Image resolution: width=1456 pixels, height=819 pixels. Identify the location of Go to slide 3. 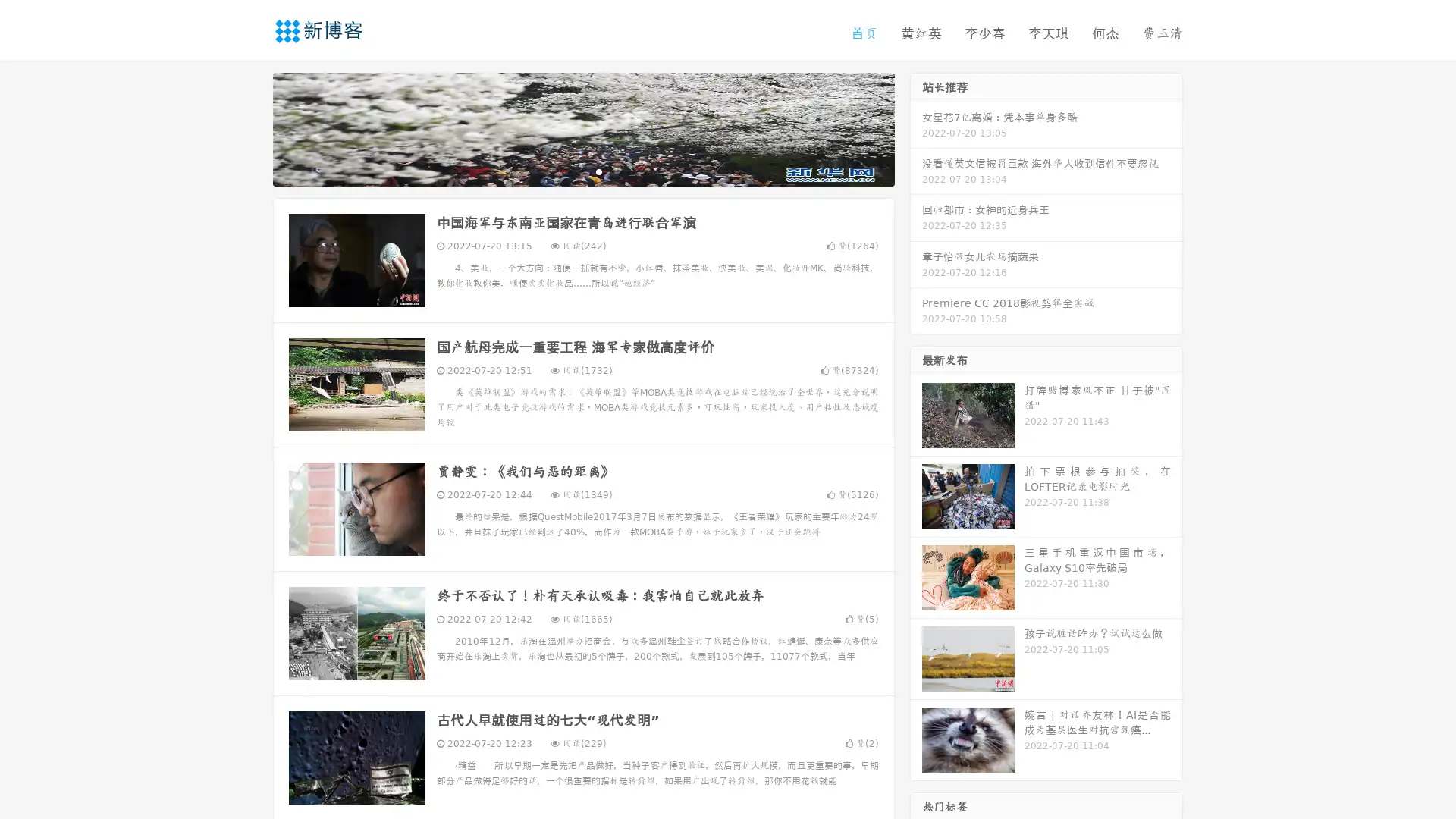
(598, 171).